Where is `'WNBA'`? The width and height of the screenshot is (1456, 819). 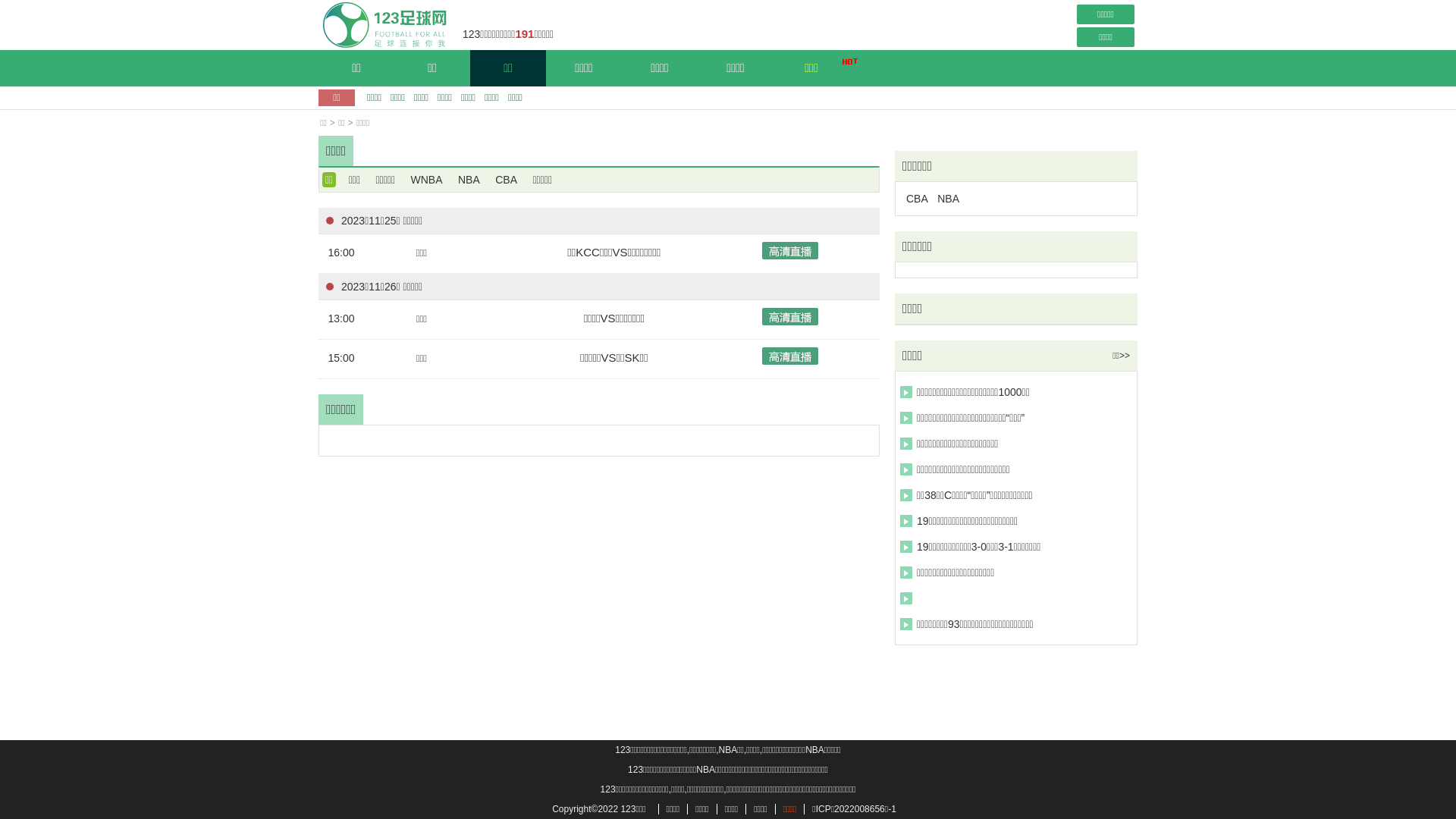 'WNBA' is located at coordinates (425, 178).